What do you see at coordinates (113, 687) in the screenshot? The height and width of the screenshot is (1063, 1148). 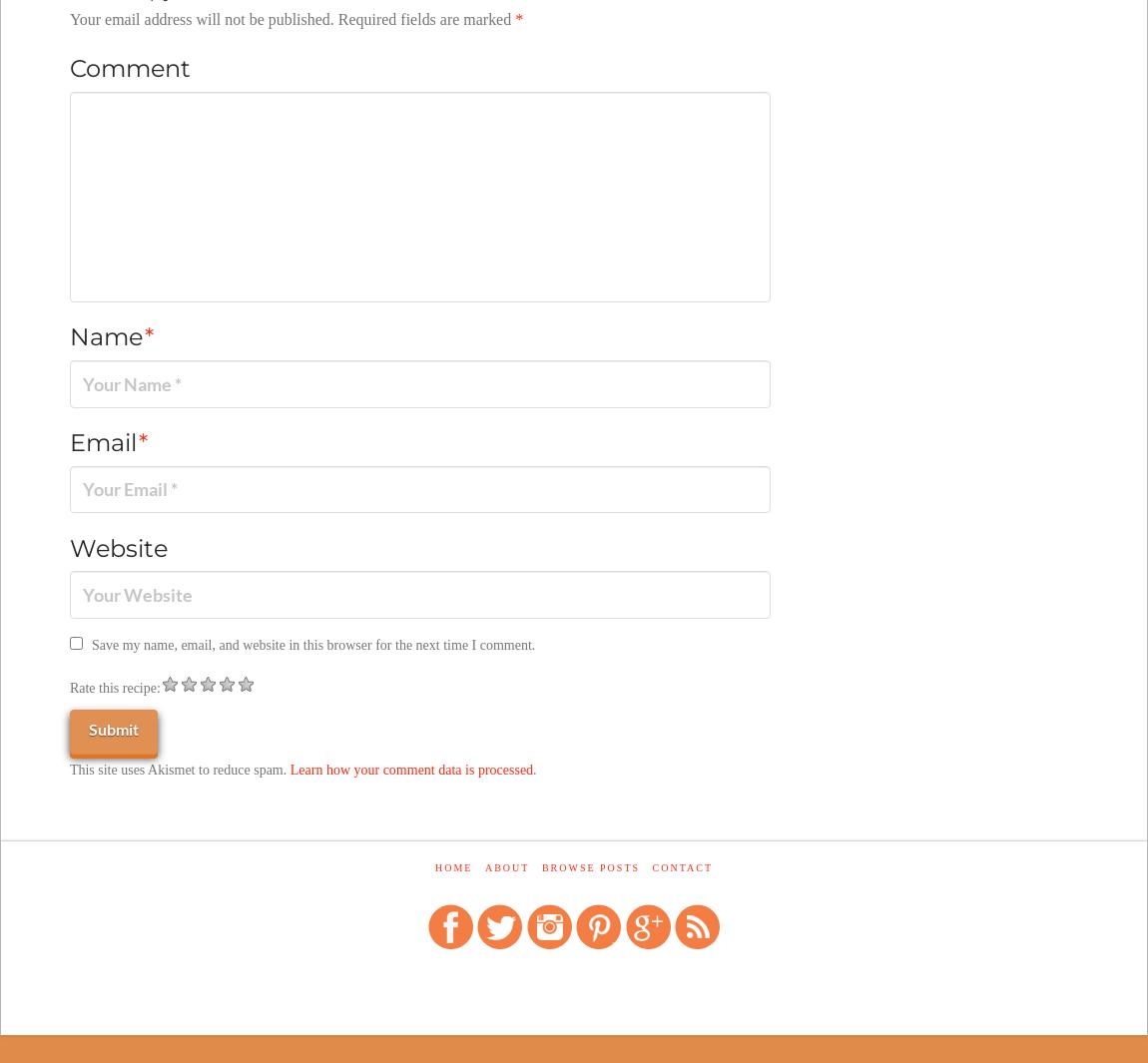 I see `'Rate this recipe:'` at bounding box center [113, 687].